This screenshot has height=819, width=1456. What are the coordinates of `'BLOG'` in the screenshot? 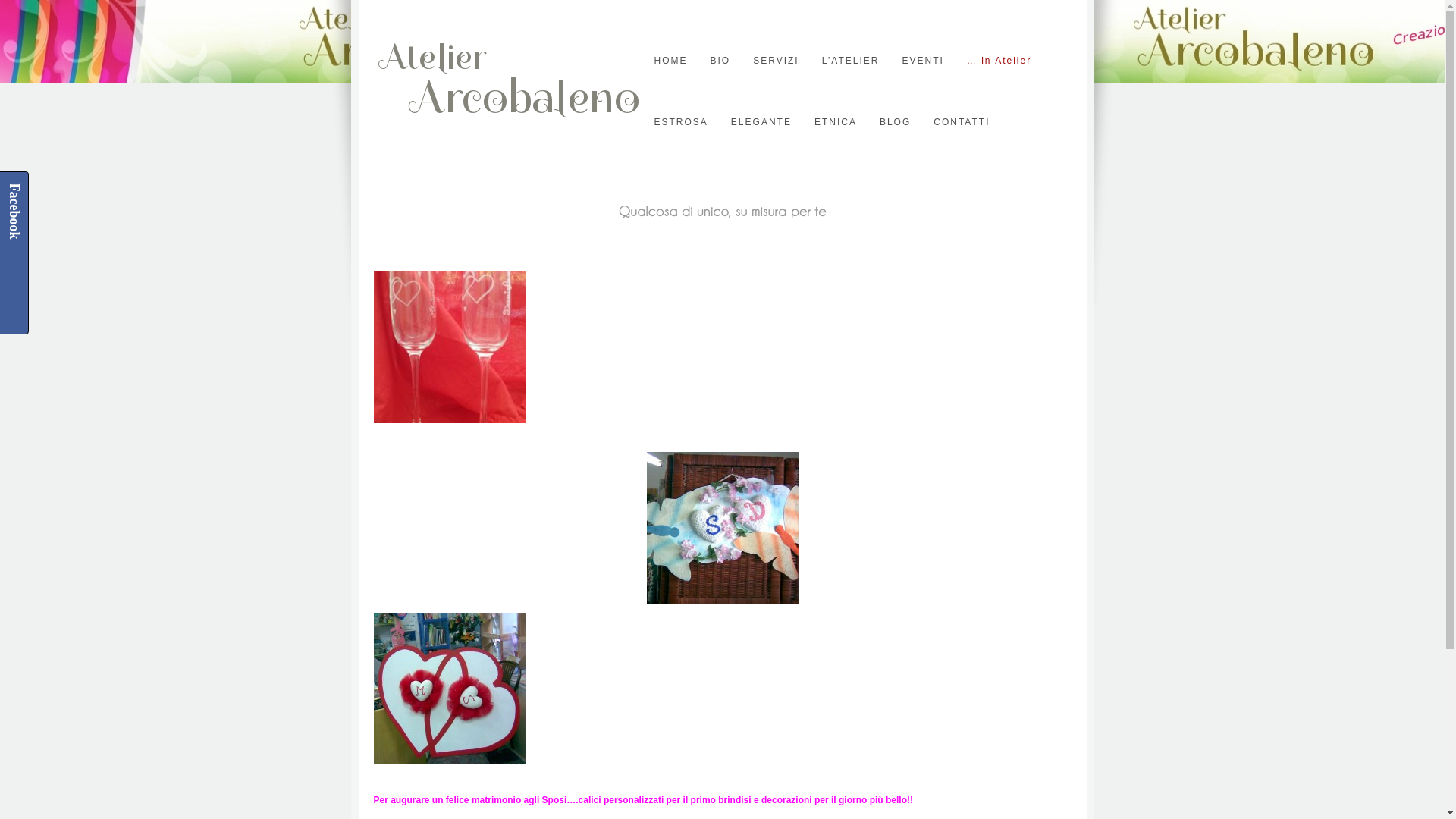 It's located at (895, 121).